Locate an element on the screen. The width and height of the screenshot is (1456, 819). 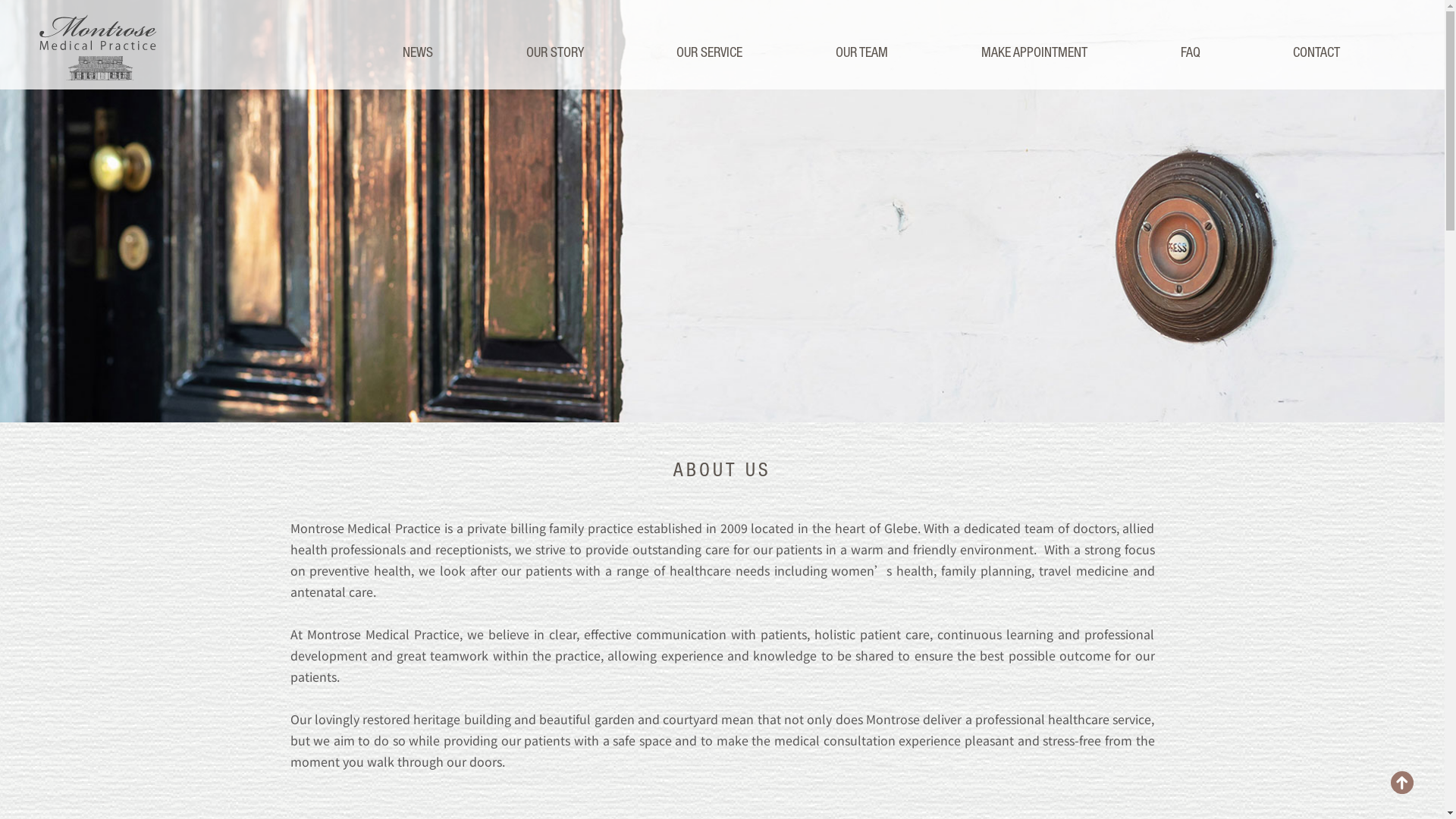
'MAKE APPOINTMENT' is located at coordinates (1033, 52).